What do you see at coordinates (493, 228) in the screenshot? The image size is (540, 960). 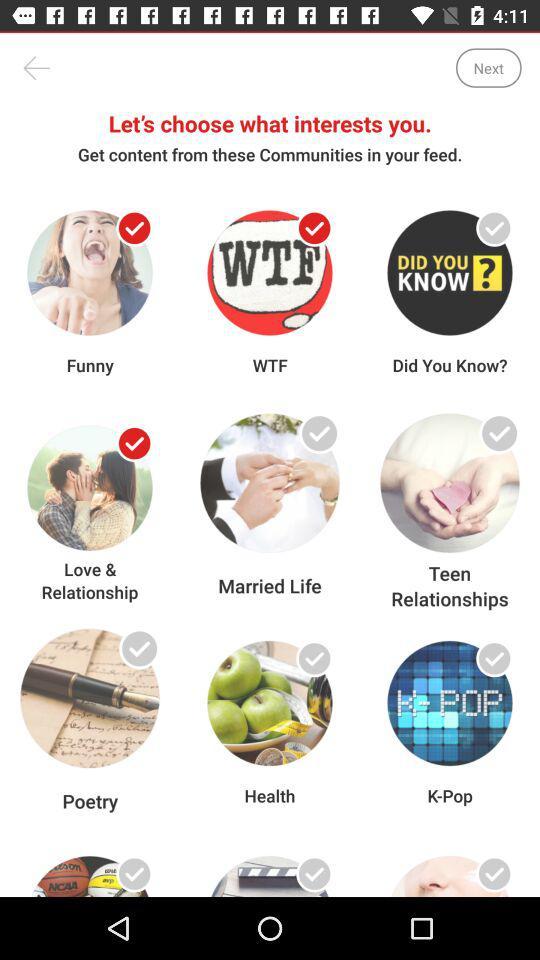 I see `go do sealet` at bounding box center [493, 228].